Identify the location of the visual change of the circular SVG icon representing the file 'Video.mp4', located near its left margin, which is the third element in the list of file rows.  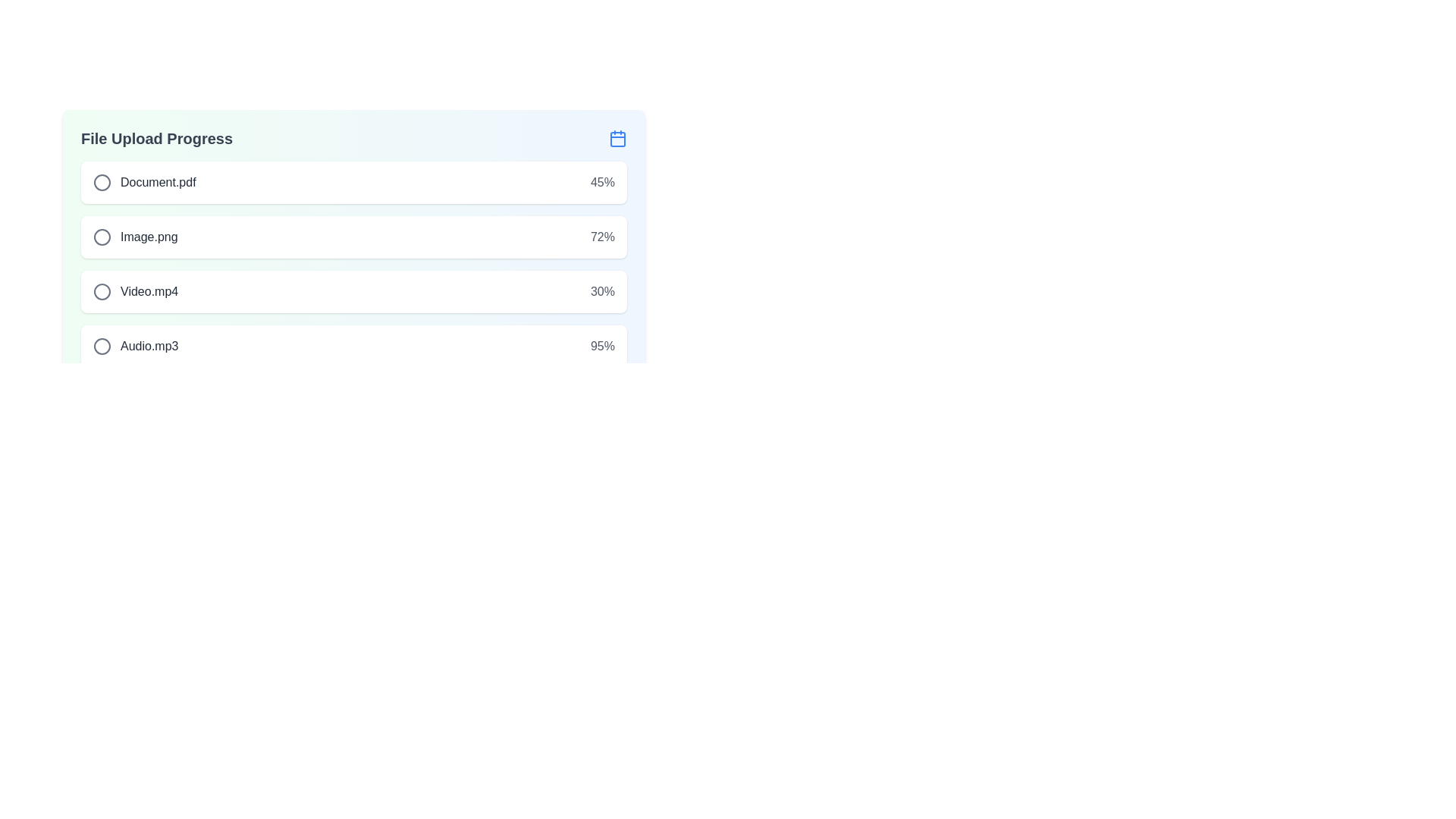
(101, 292).